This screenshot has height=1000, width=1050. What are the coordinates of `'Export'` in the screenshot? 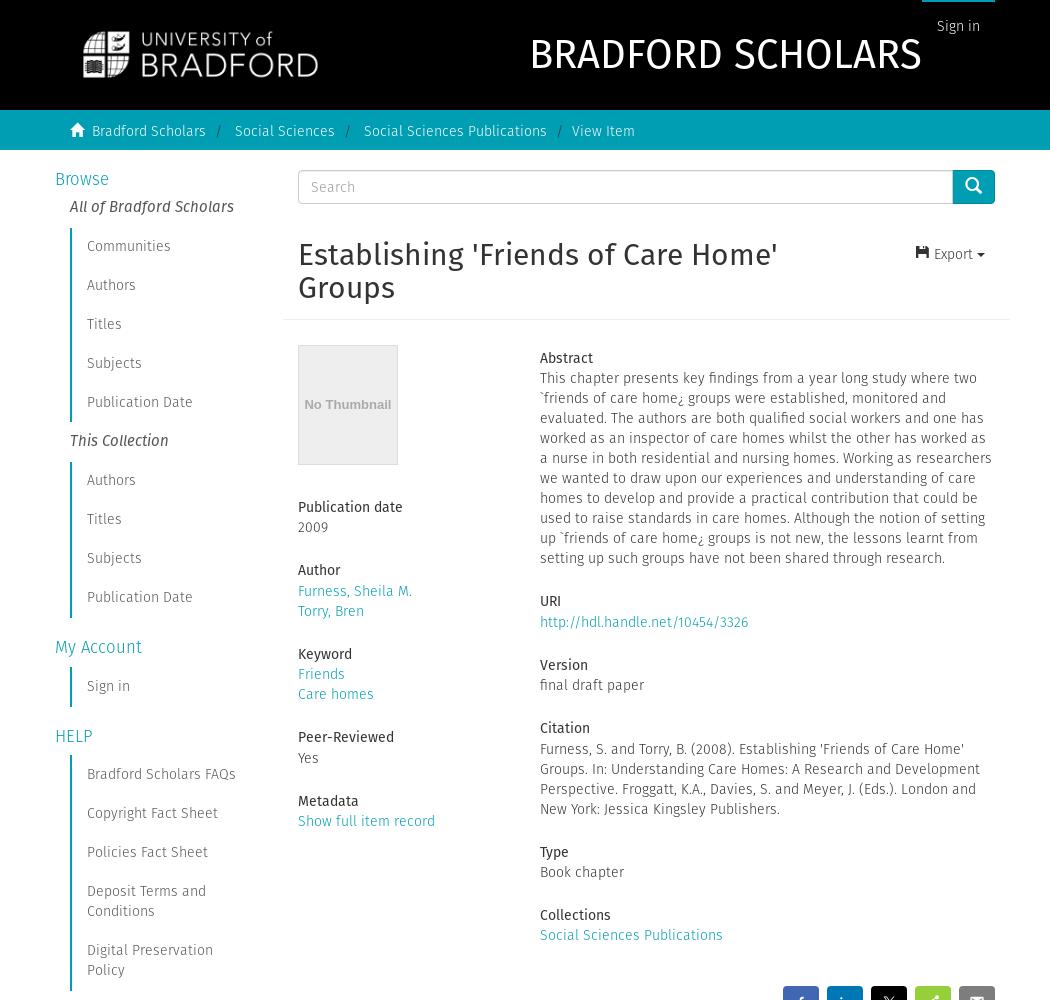 It's located at (951, 254).